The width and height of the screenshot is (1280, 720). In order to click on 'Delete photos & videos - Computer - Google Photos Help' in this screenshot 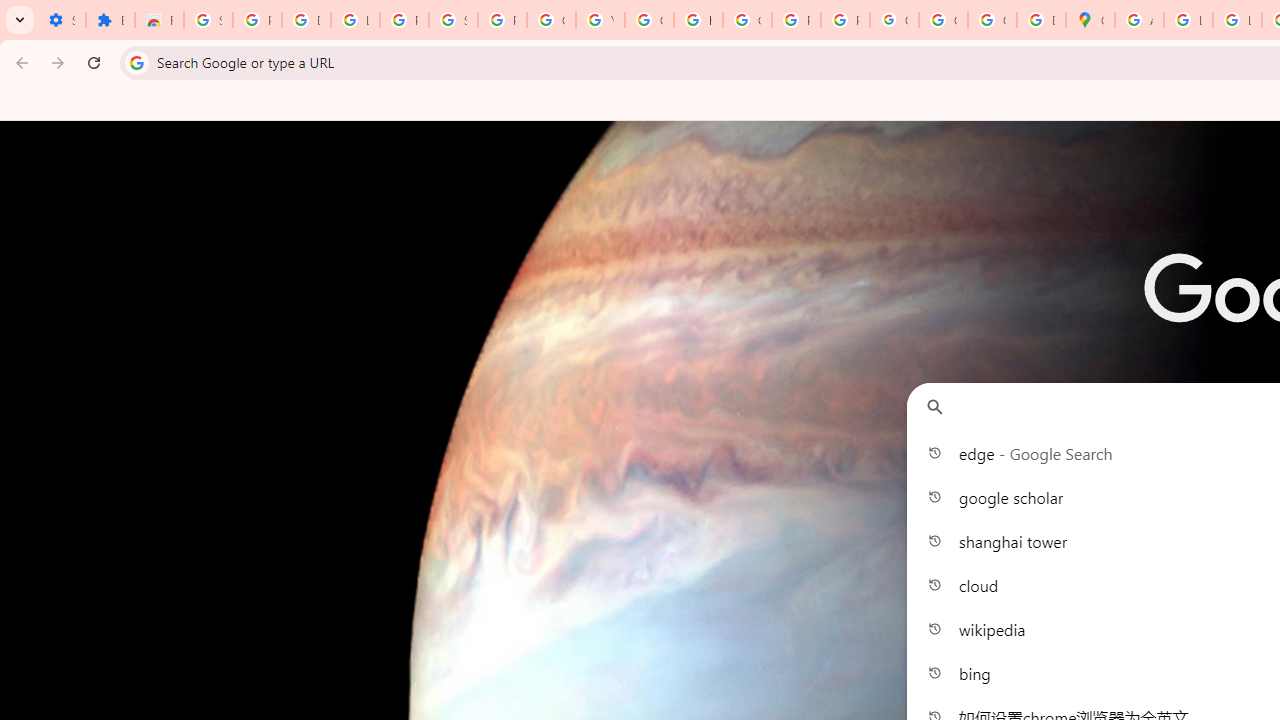, I will do `click(305, 20)`.